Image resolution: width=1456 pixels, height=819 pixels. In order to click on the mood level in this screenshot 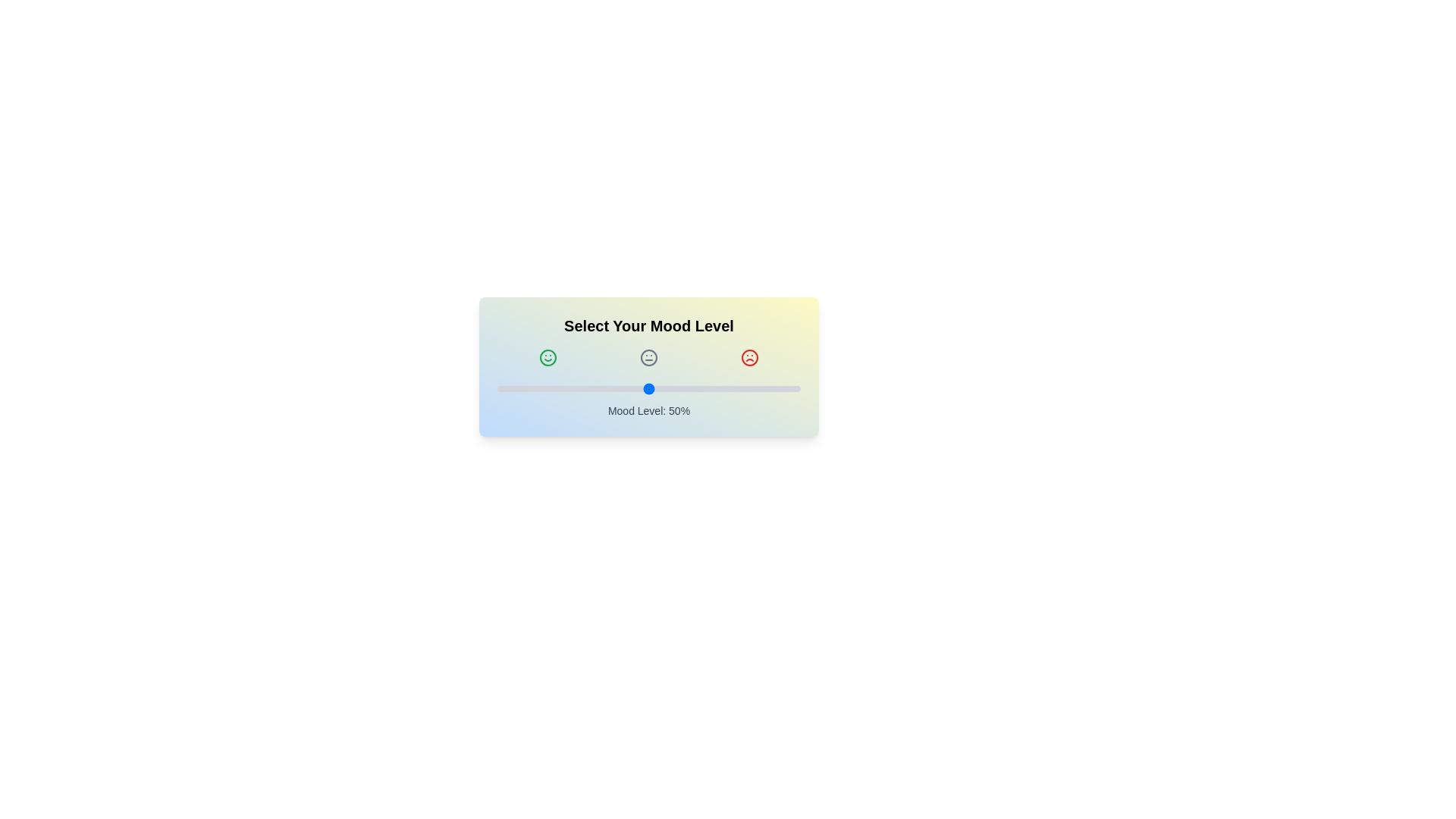, I will do `click(676, 388)`.